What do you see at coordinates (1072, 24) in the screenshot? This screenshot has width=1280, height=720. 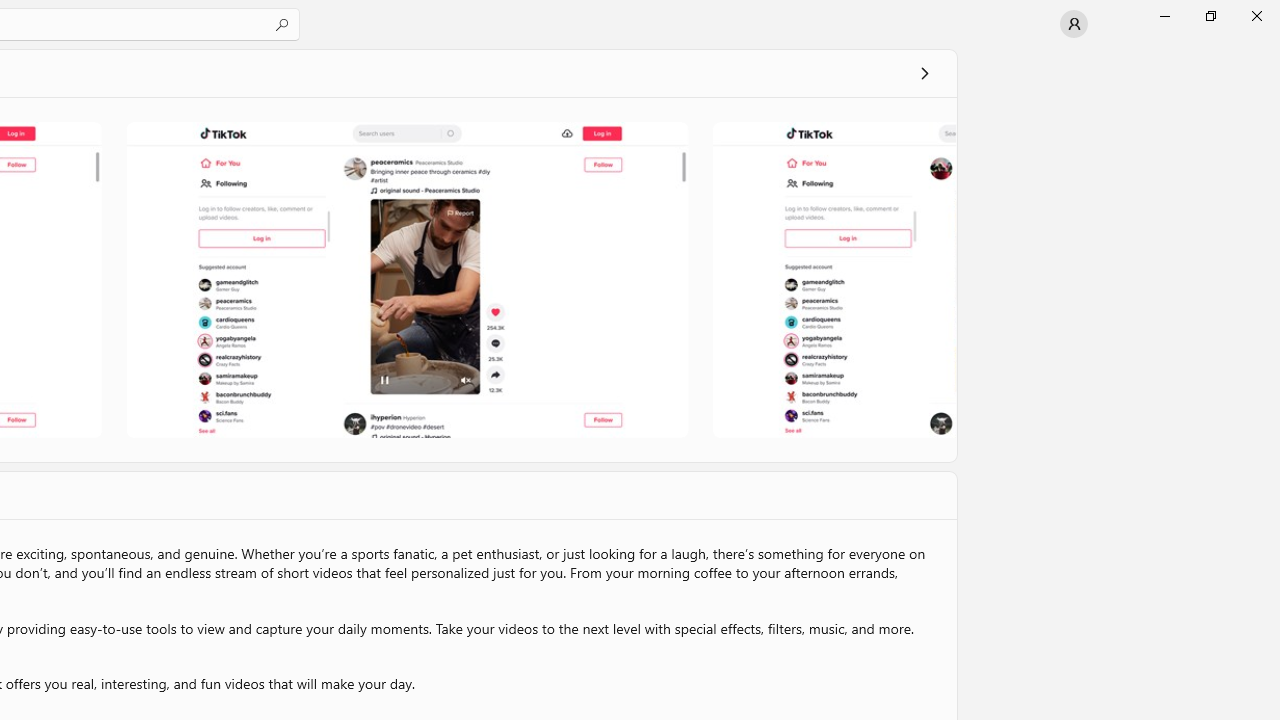 I see `'User profile'` at bounding box center [1072, 24].